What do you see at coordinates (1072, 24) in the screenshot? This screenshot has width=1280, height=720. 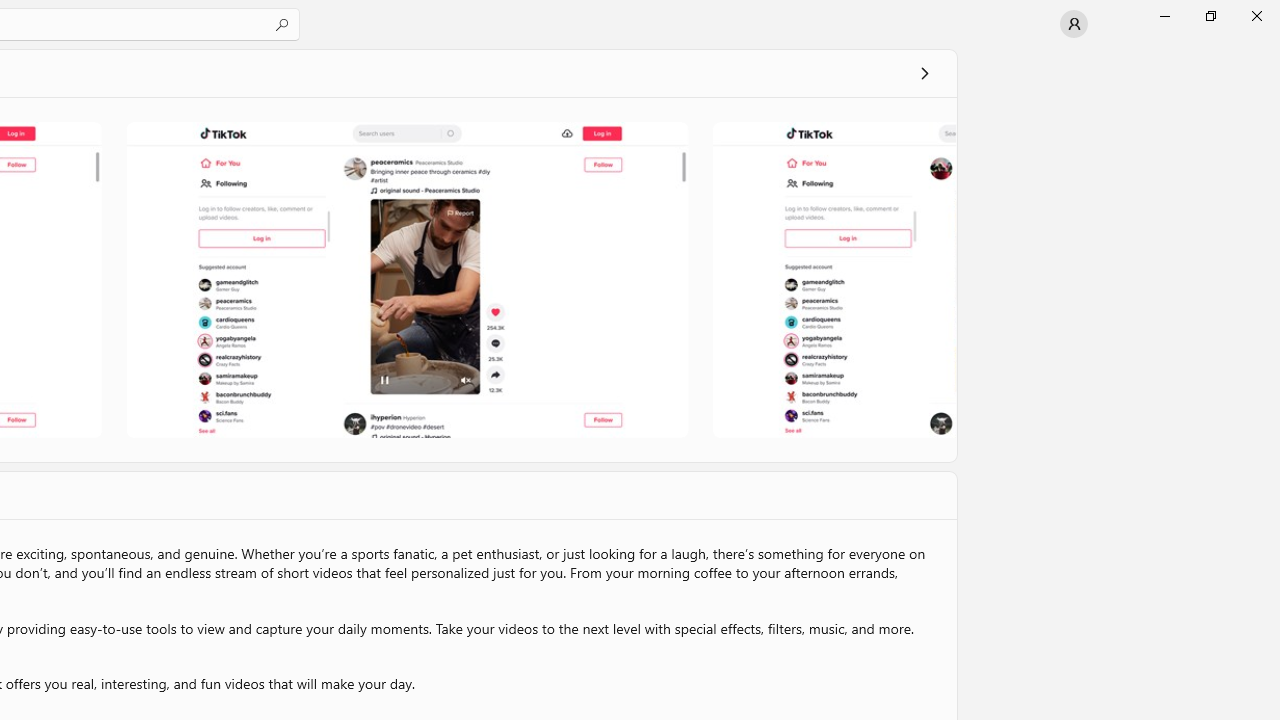 I see `'User profile'` at bounding box center [1072, 24].